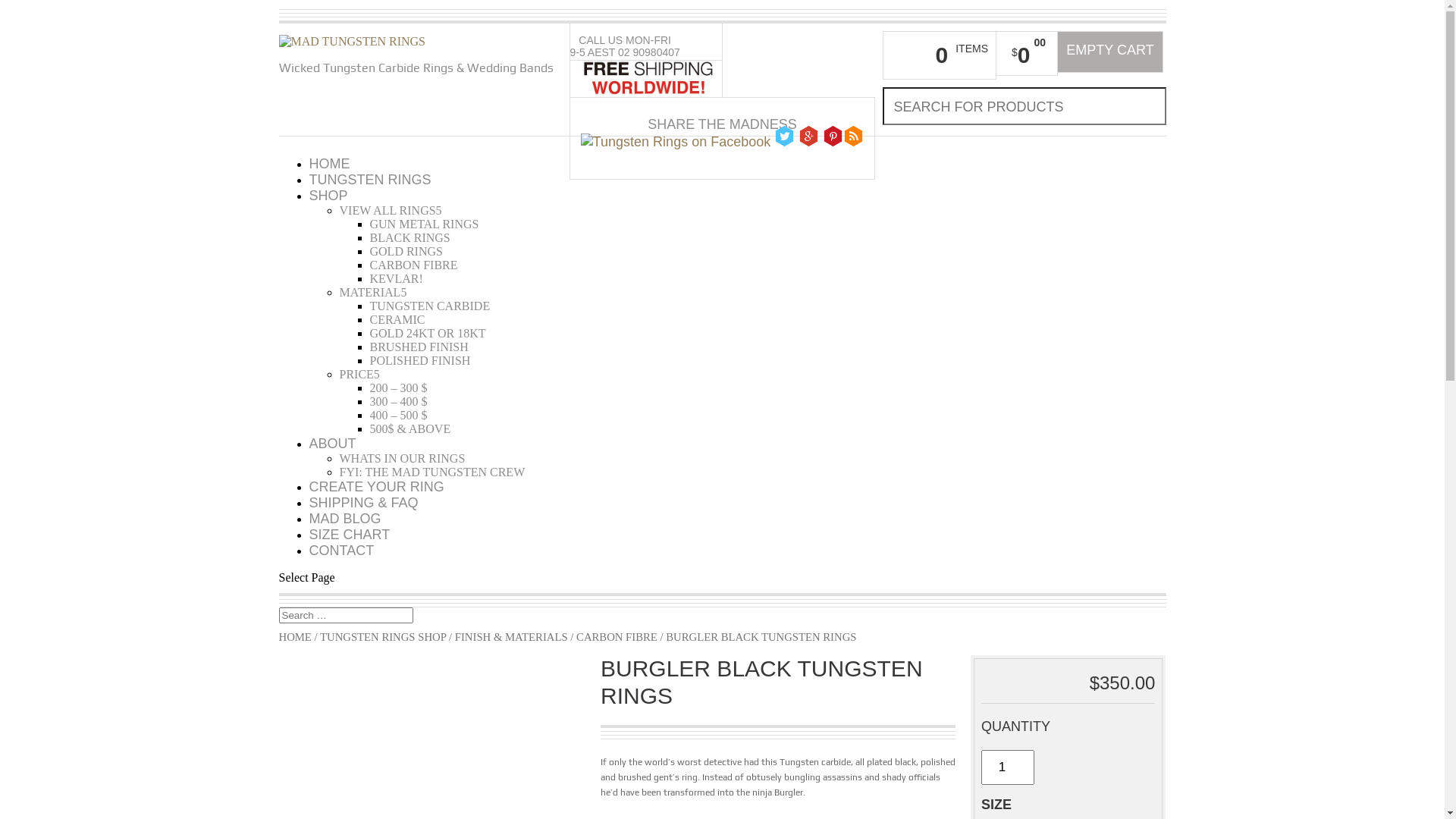 The height and width of the screenshot is (819, 1456). What do you see at coordinates (808, 135) in the screenshot?
I see `' Follow Tungsten Rings on Google Plus'` at bounding box center [808, 135].